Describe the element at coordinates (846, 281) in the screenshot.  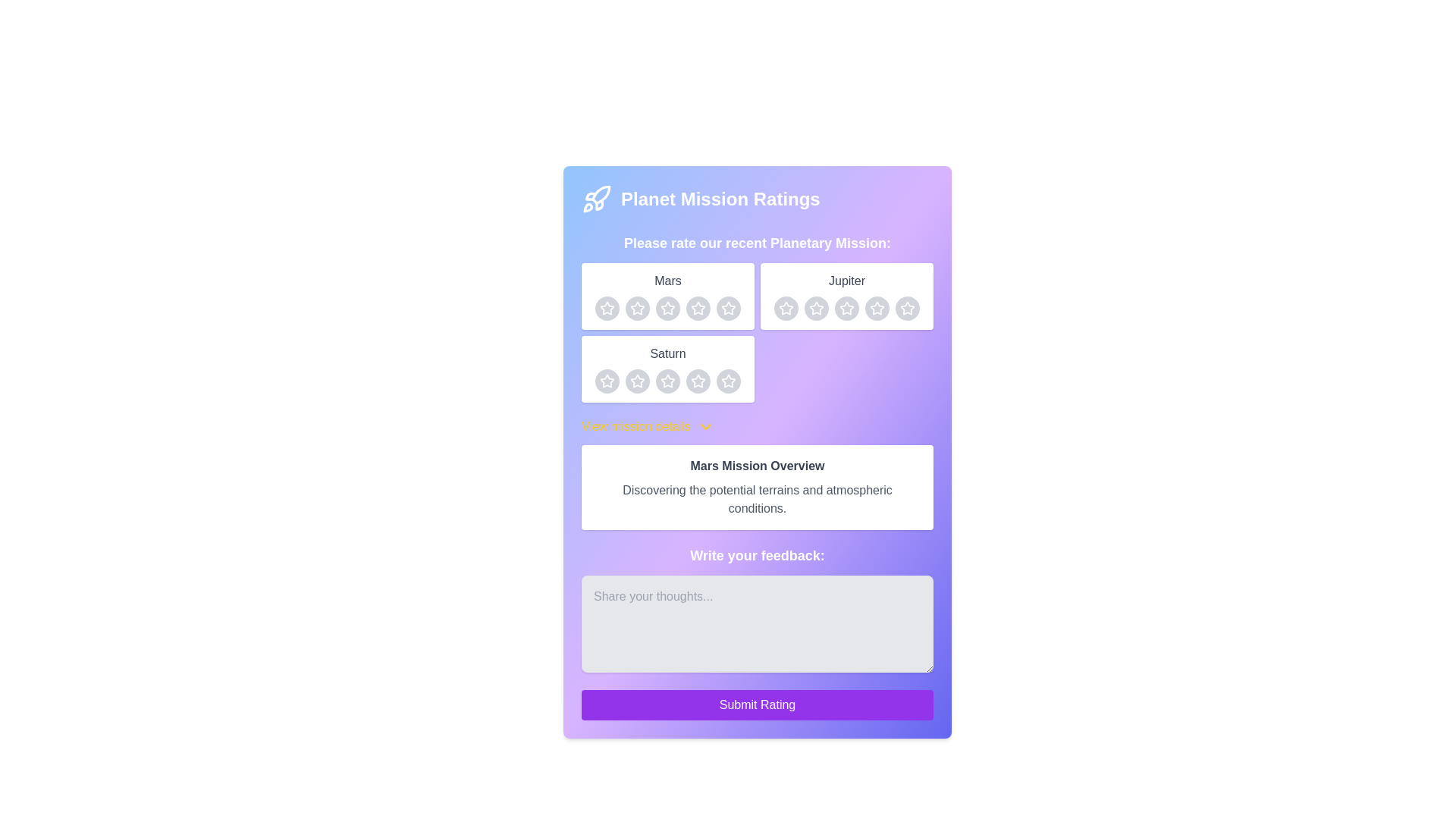
I see `the static text label indicating the rating section for the planet Jupiter, located in the top-right section of the interface above the star rating icons` at that location.